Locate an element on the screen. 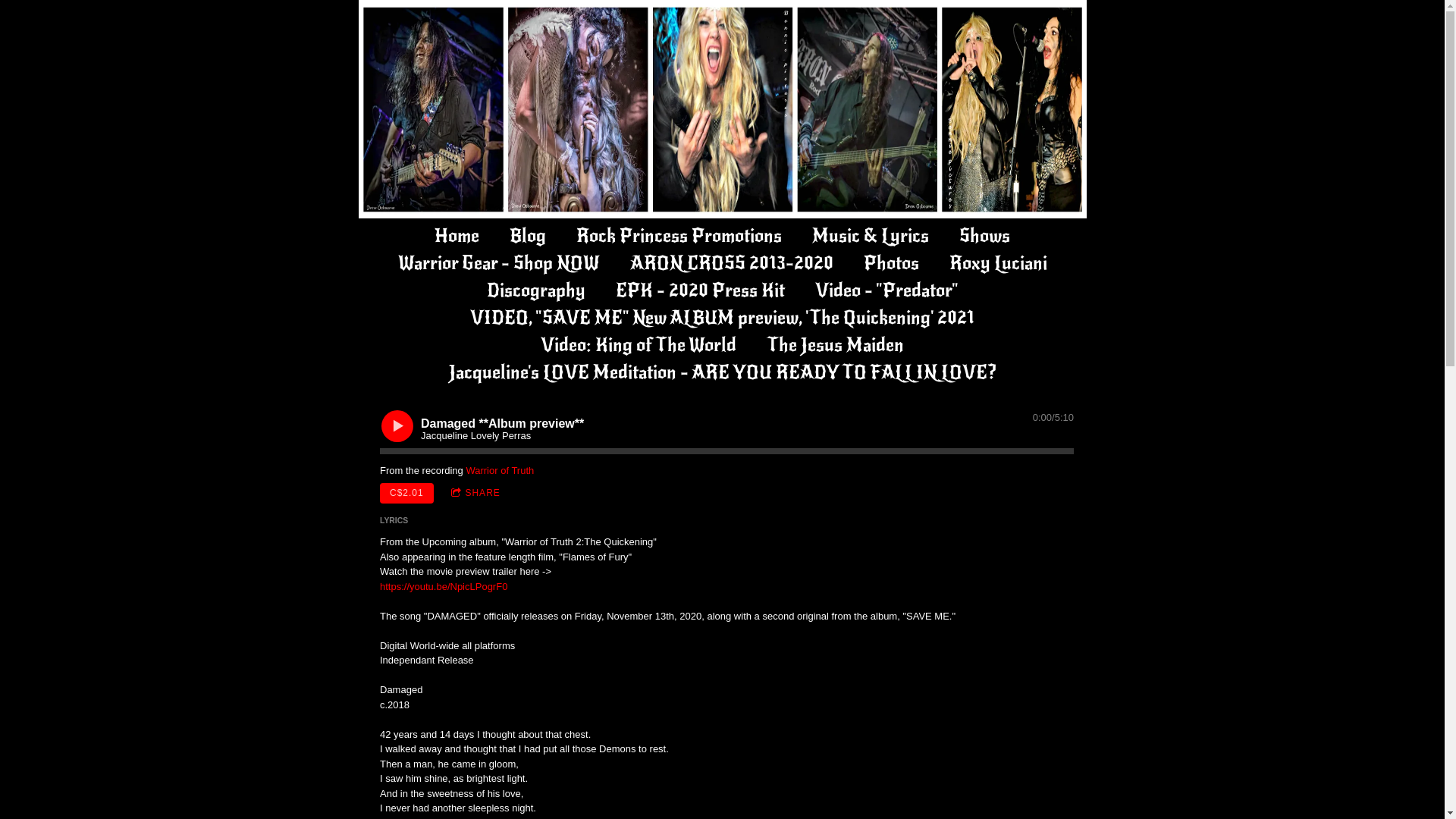 The image size is (1456, 819). 'SHARE' is located at coordinates (475, 493).